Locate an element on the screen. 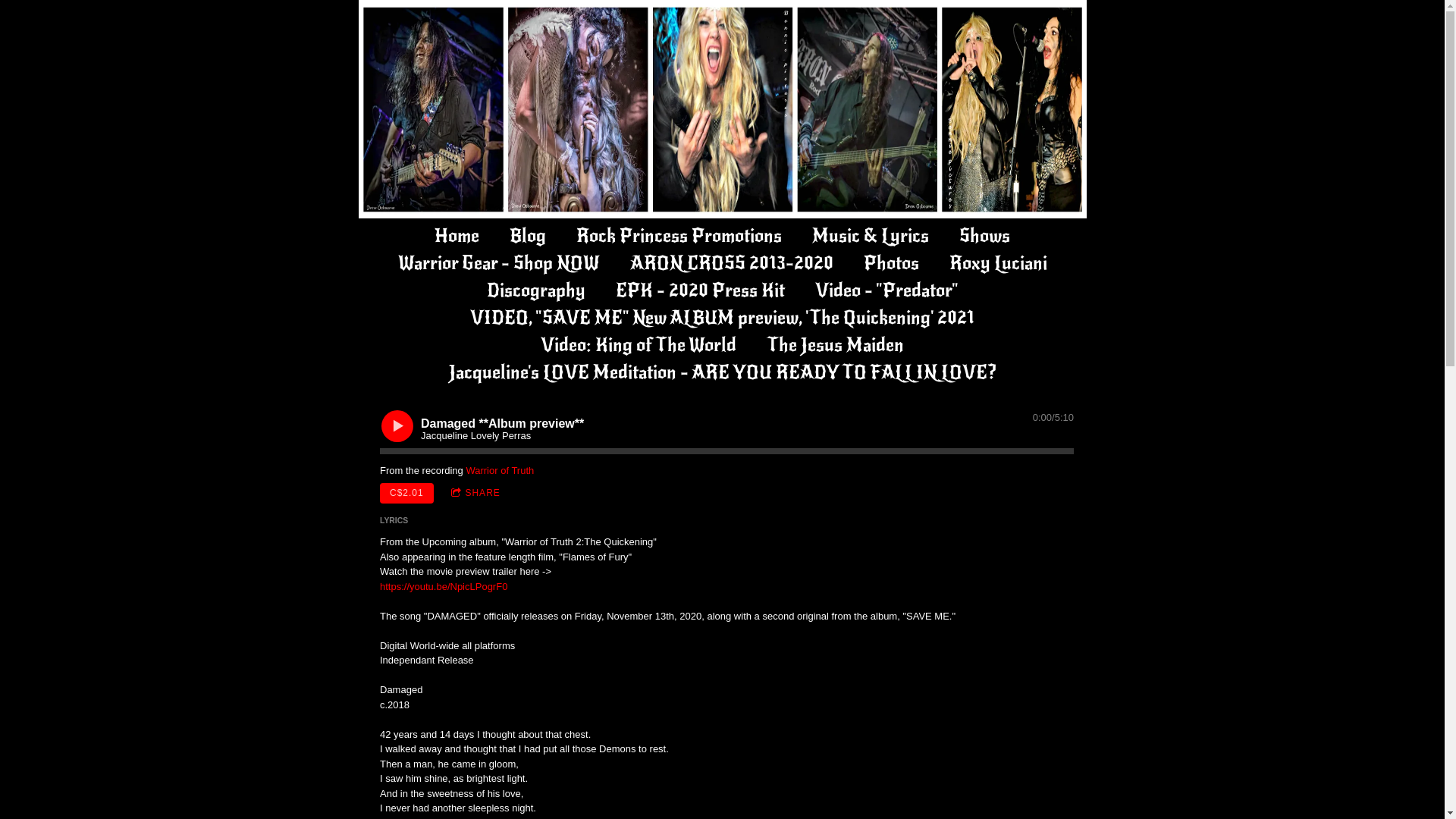 The image size is (1456, 819). 'SHARE' is located at coordinates (475, 493).